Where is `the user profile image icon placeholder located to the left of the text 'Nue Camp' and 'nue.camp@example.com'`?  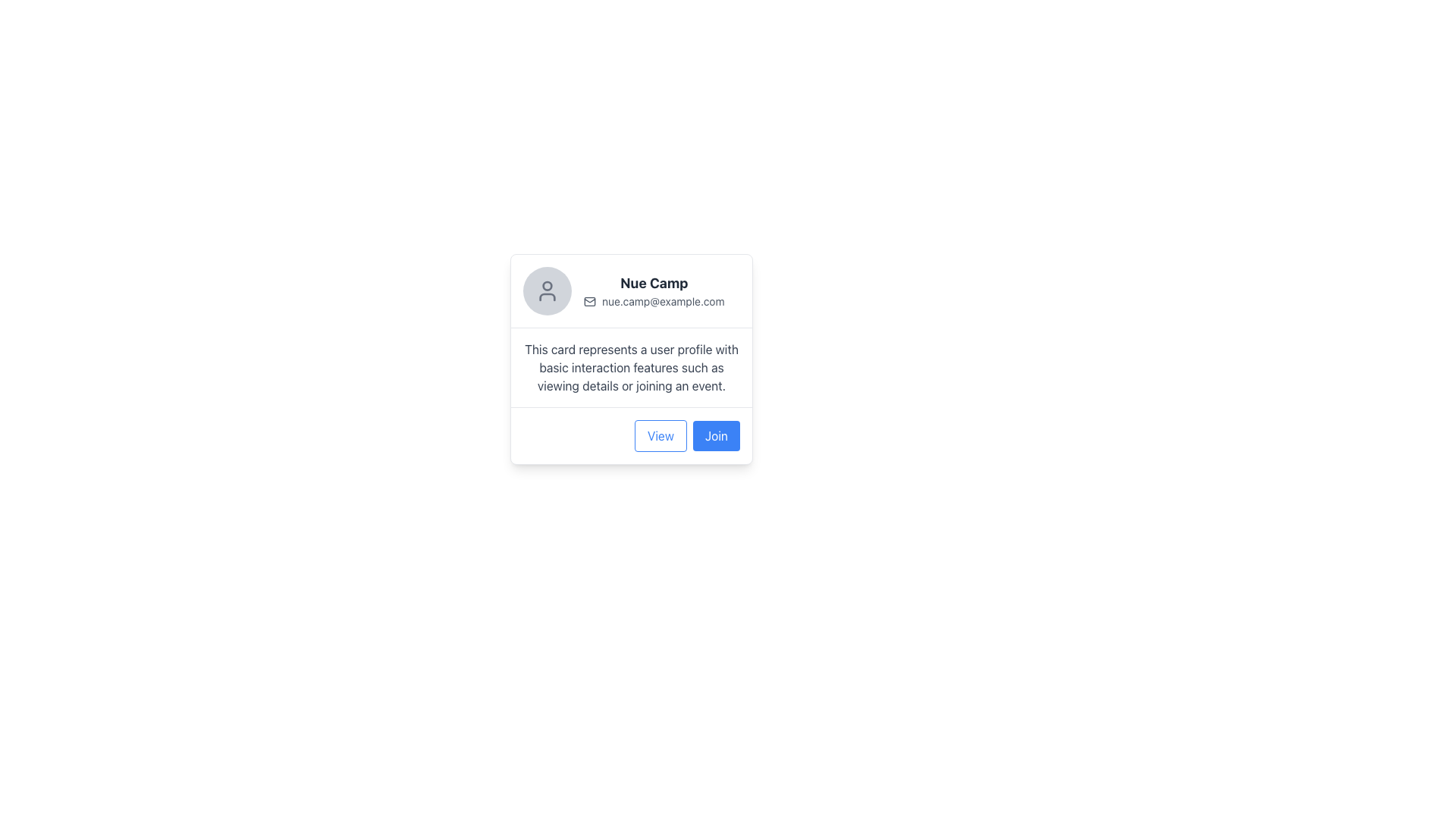 the user profile image icon placeholder located to the left of the text 'Nue Camp' and 'nue.camp@example.com' is located at coordinates (546, 291).